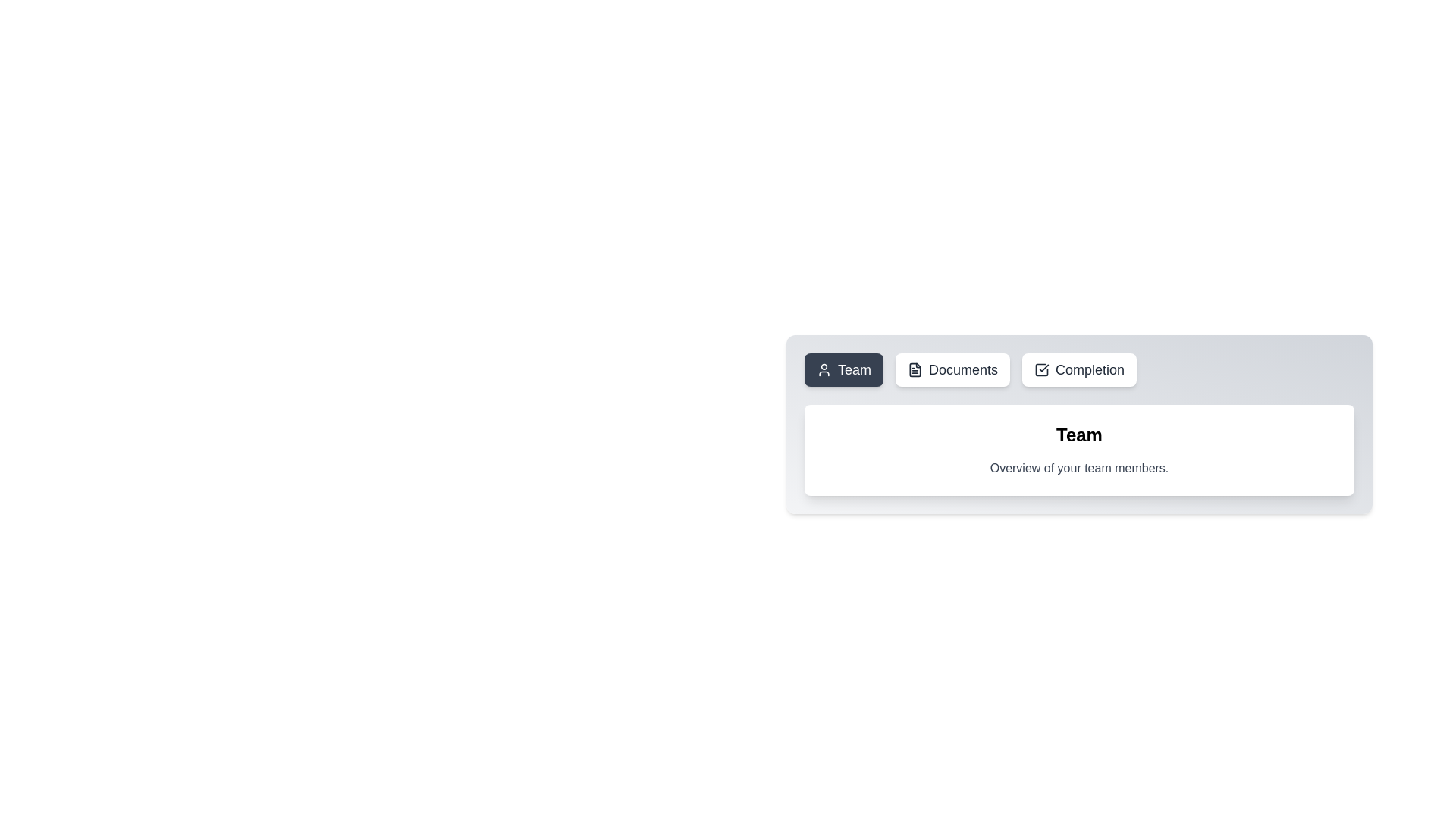 This screenshot has height=819, width=1456. Describe the element at coordinates (915, 370) in the screenshot. I see `the 'Documents' button in the navigation bar, which contains a small icon resembling a document or file design` at that location.